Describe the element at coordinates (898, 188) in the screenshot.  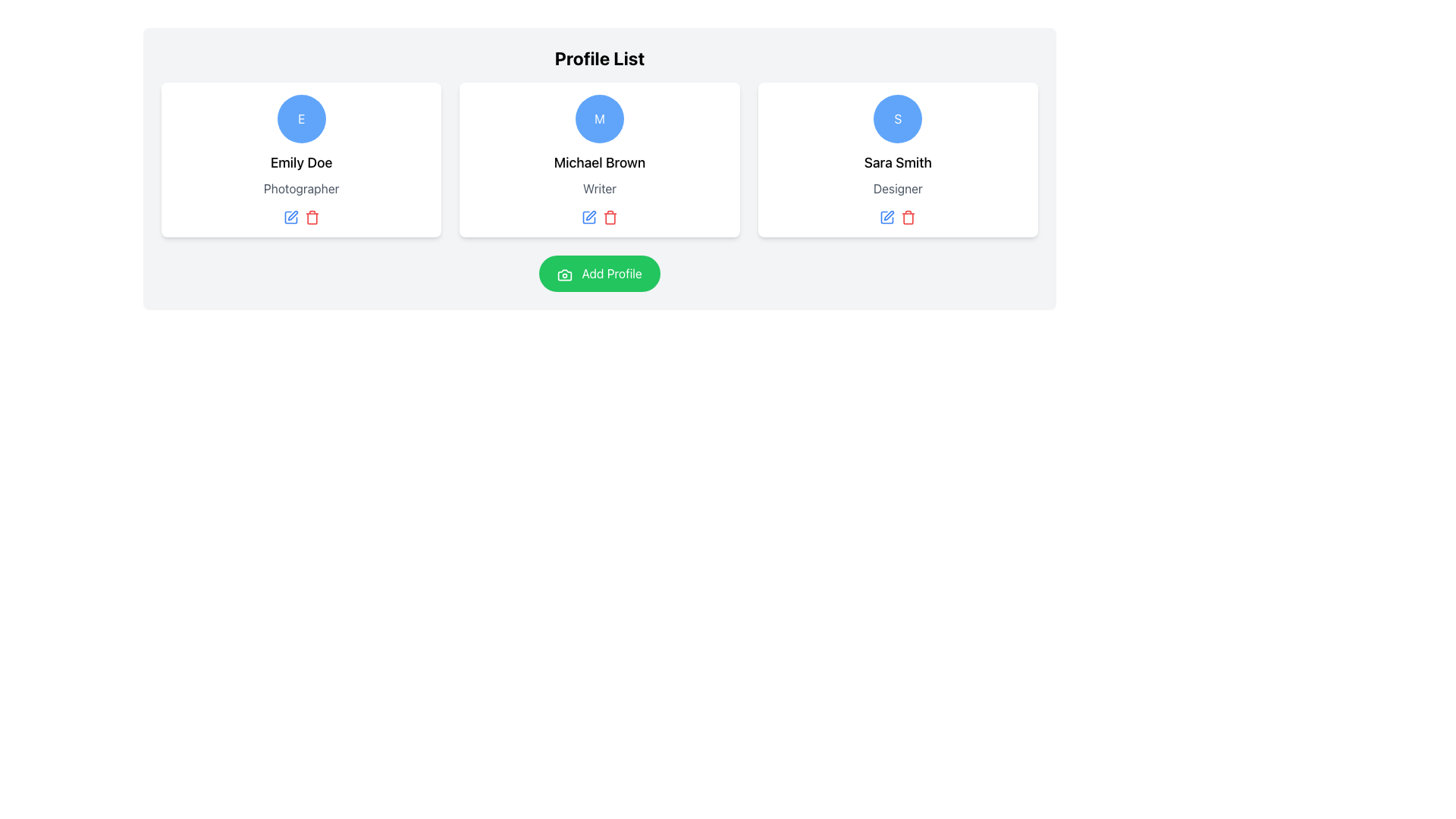
I see `the static text label indicating the job title 'Designer' for the profile of 'Sara Smith', located in the lower middle section of the profile card beneath the name label` at that location.